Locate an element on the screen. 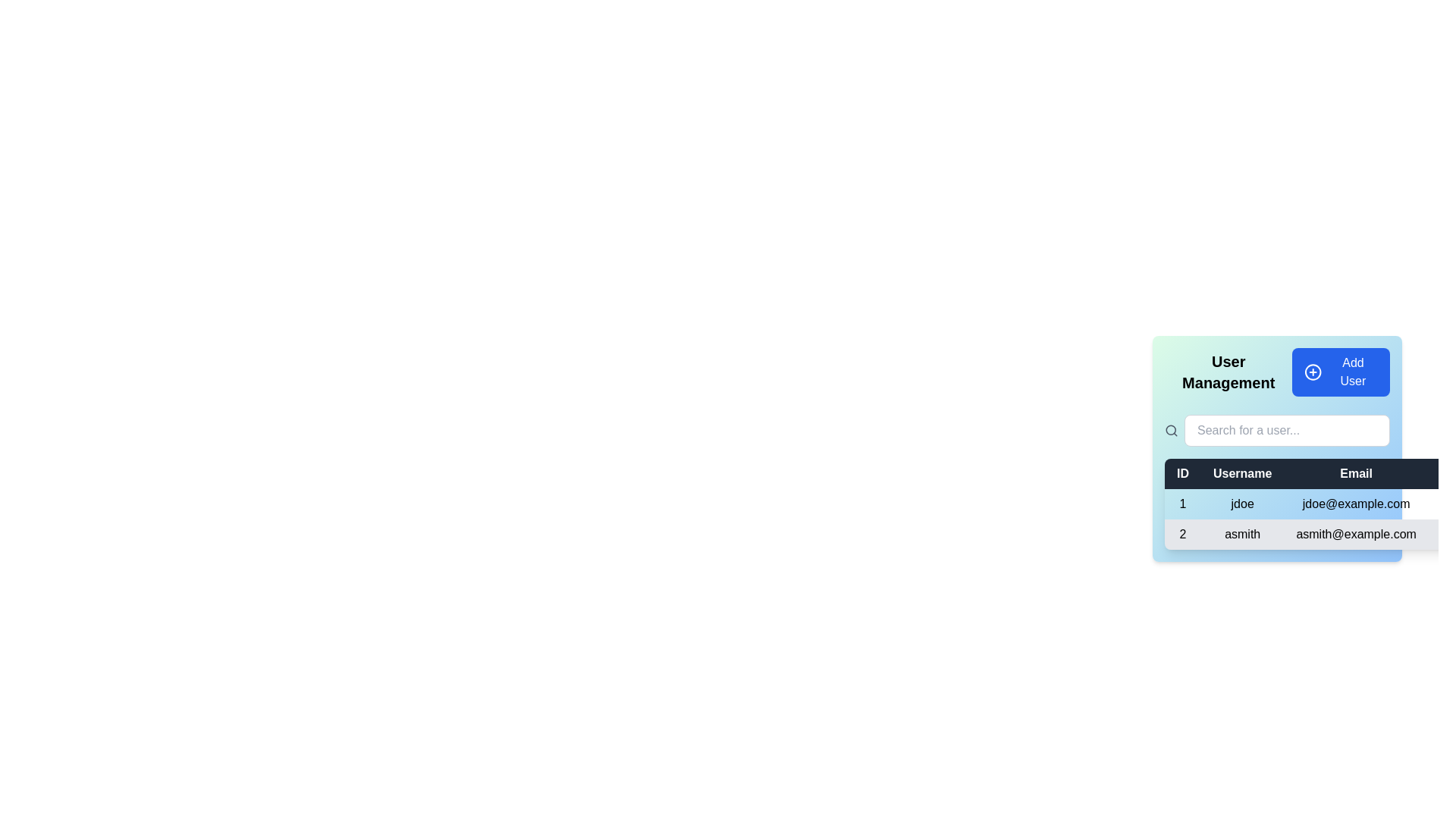  the circular icon located in the center of the button to the right of the 'User Management' label, which is part of the upper right toolbar in the user interface is located at coordinates (1313, 372).